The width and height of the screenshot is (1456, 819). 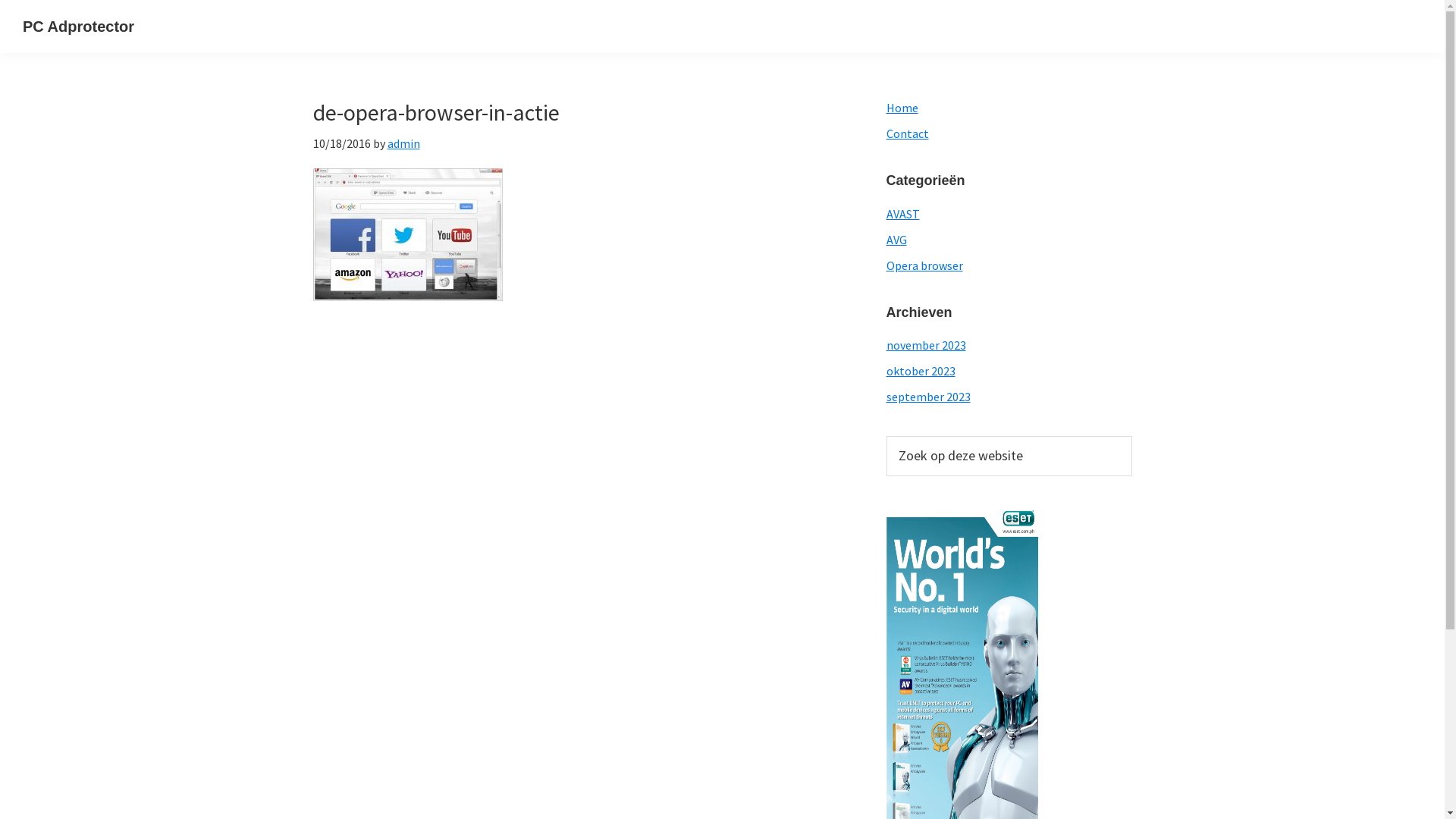 What do you see at coordinates (902, 213) in the screenshot?
I see `'AVAST'` at bounding box center [902, 213].